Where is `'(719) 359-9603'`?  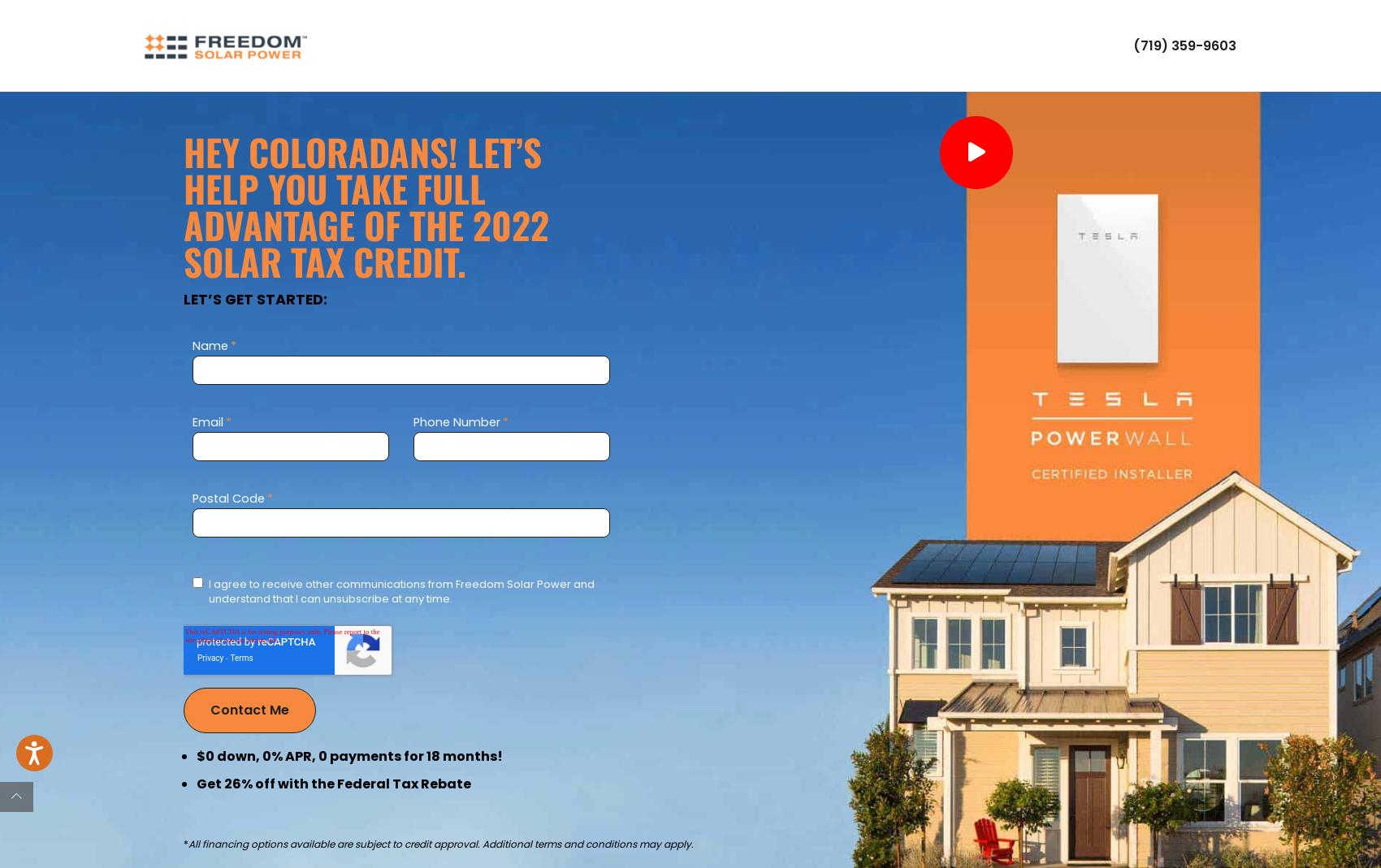
'(719) 359-9603' is located at coordinates (1184, 44).